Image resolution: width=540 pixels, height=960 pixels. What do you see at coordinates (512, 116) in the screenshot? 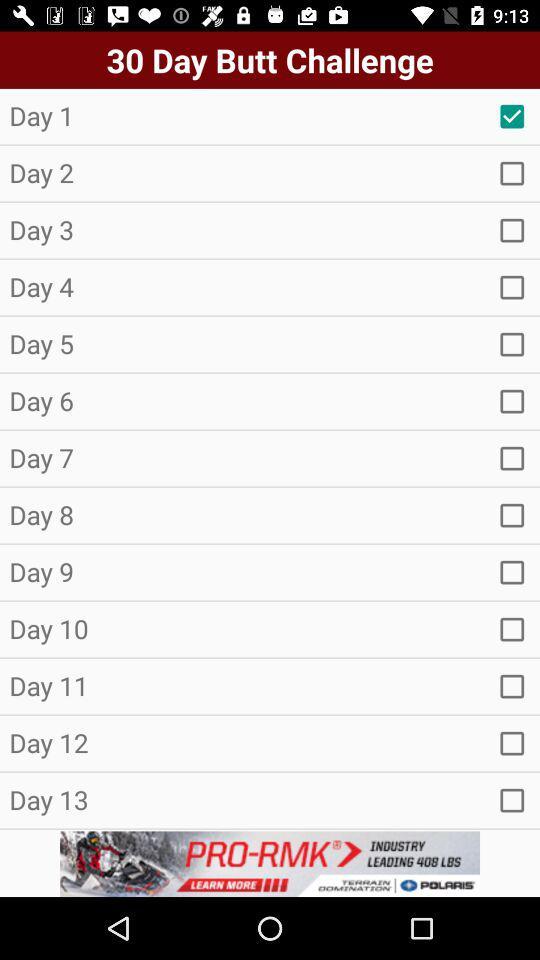
I see `check for day1` at bounding box center [512, 116].